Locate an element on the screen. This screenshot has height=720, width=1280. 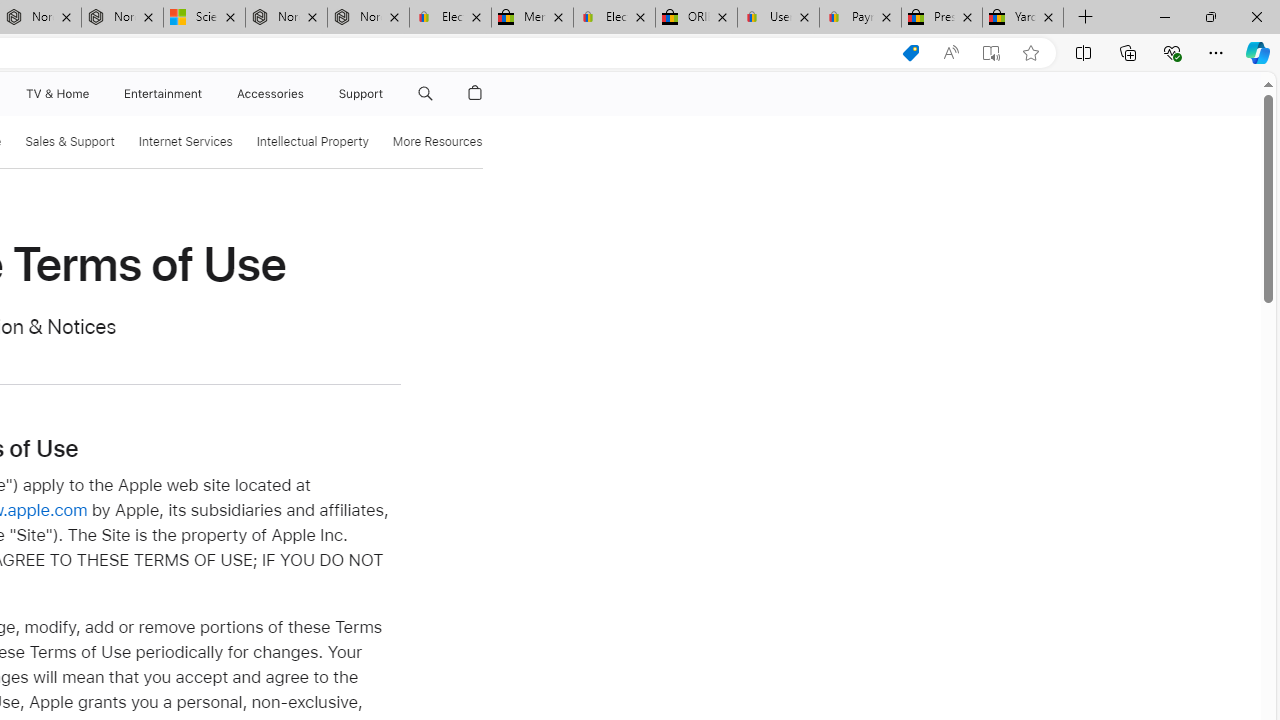
'More Resources' is located at coordinates (436, 140).